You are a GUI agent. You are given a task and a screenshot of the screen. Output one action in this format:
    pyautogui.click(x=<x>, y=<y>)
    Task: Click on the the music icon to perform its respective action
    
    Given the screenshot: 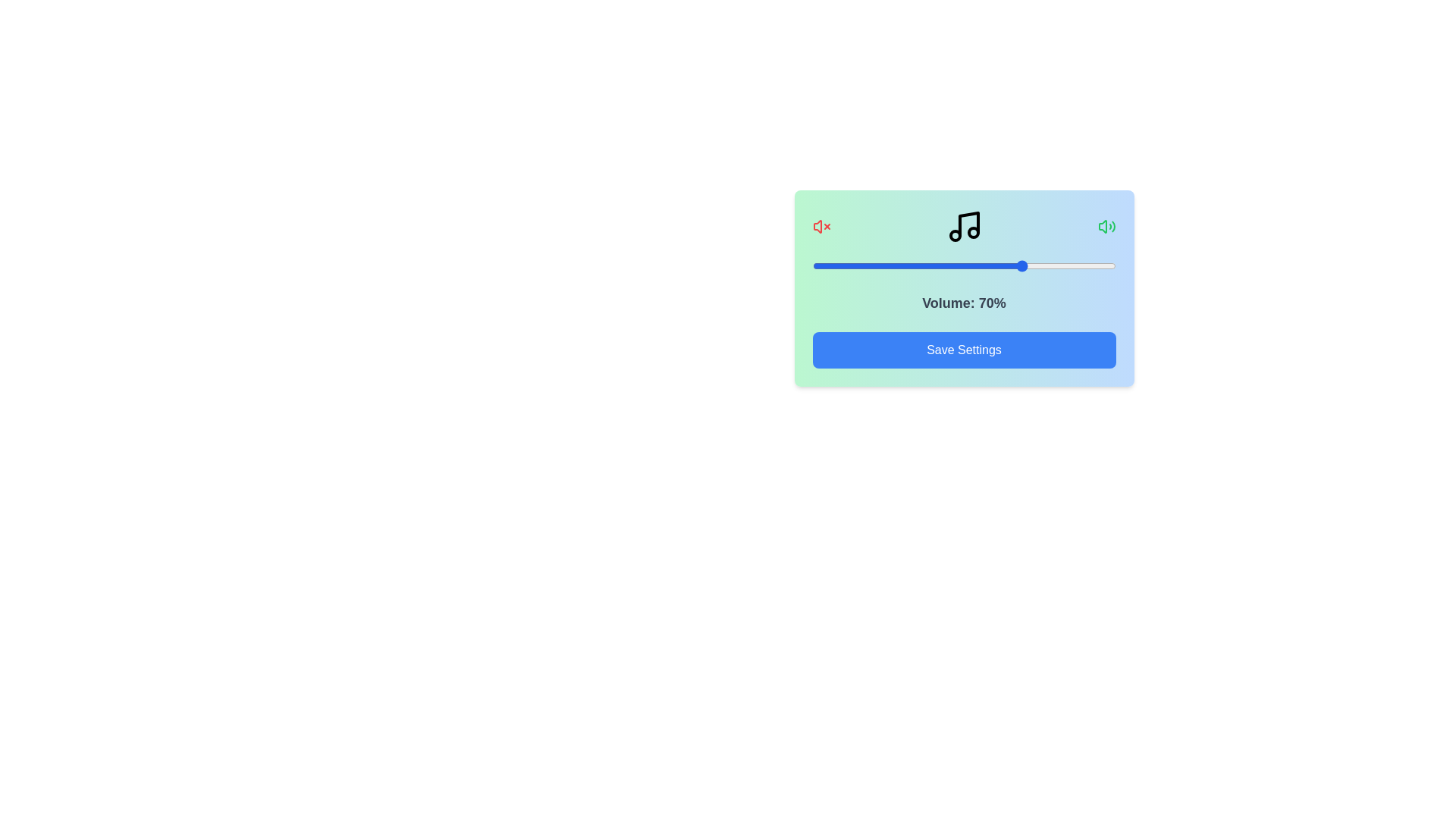 What is the action you would take?
    pyautogui.click(x=963, y=227)
    